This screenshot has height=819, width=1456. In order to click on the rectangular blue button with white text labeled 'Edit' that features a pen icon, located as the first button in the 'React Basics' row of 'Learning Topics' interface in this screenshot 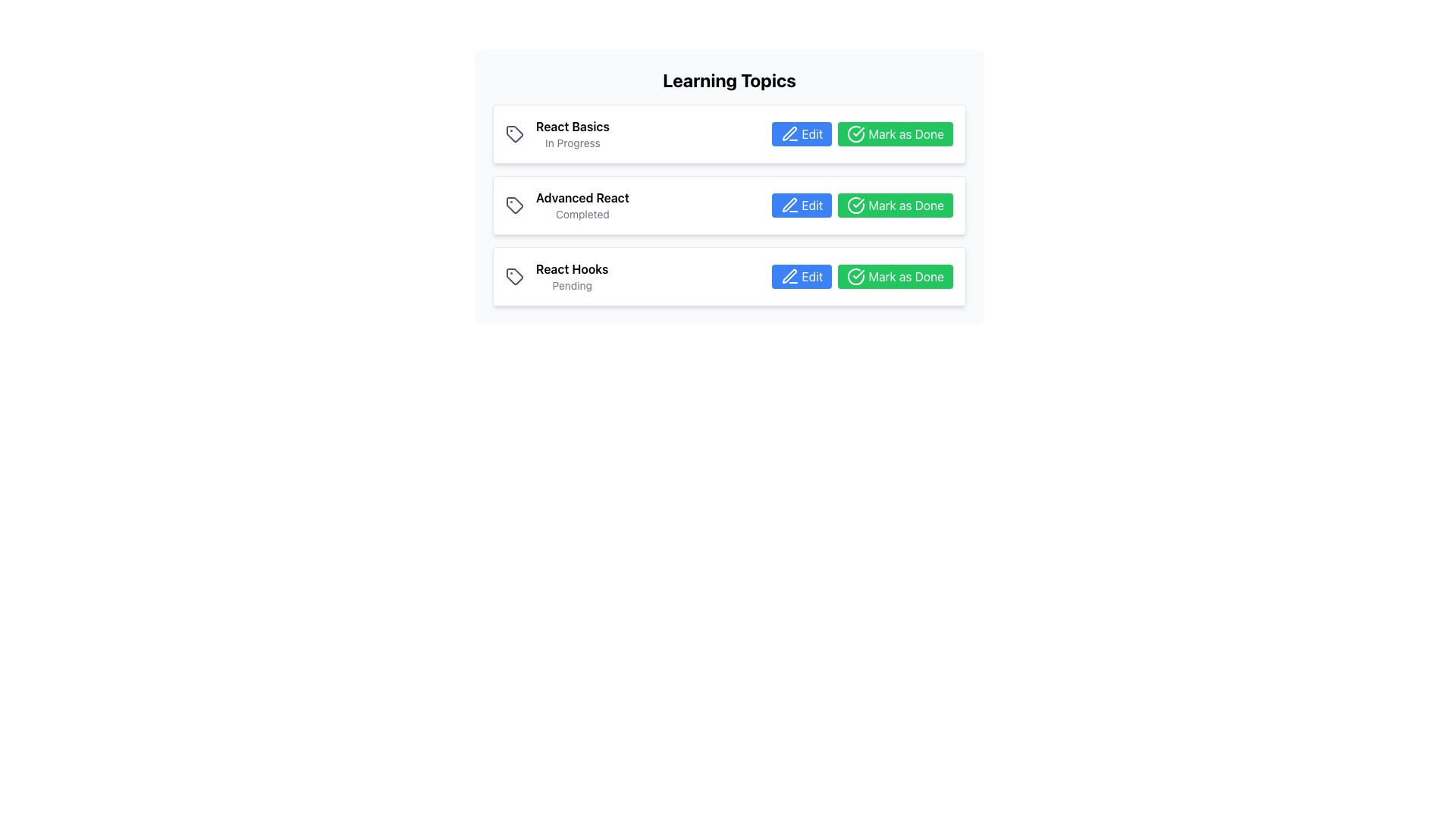, I will do `click(801, 133)`.